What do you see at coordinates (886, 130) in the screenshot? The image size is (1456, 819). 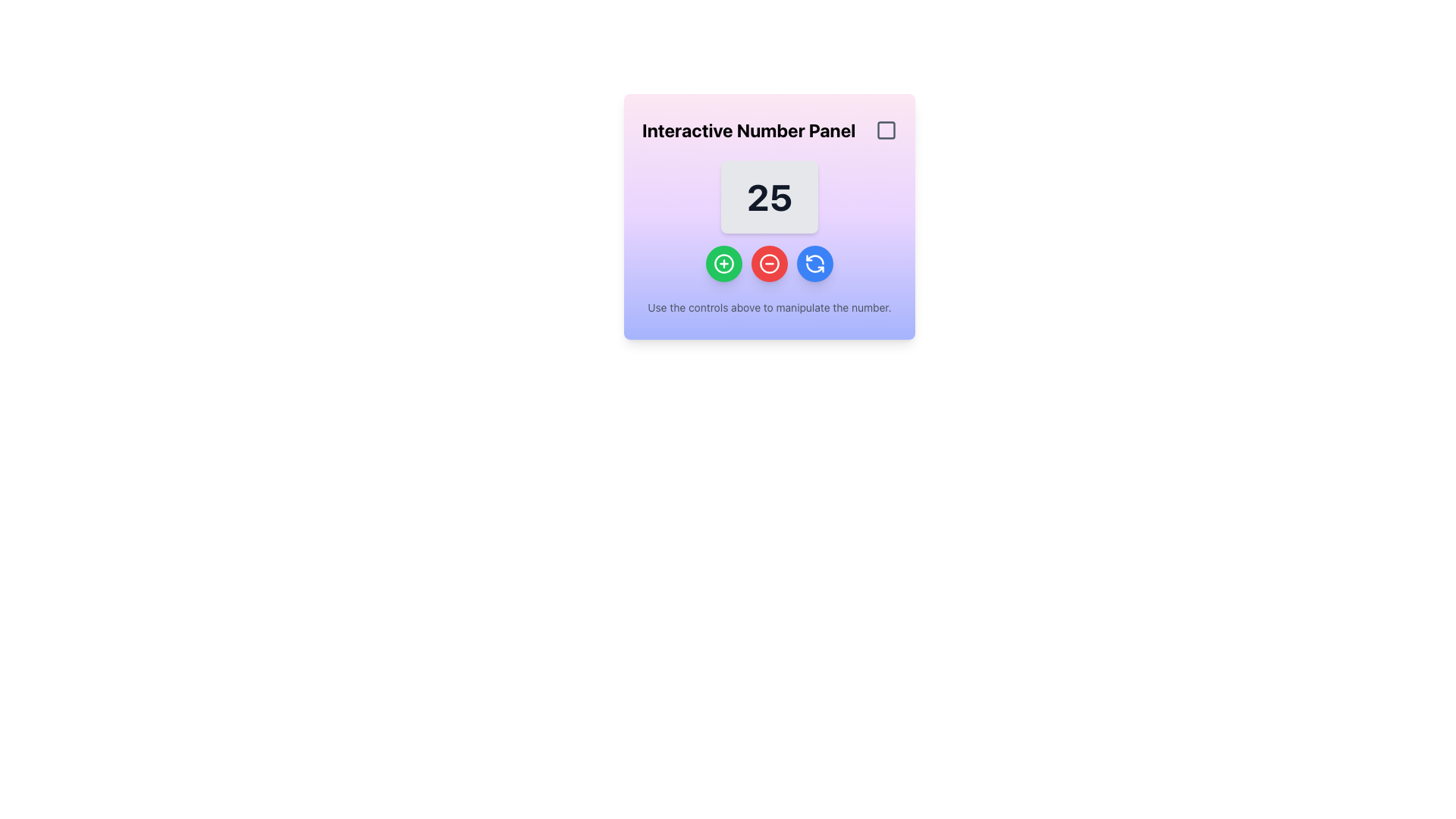 I see `the close button located in the top-right corner of the Interactive Number Panel` at bounding box center [886, 130].